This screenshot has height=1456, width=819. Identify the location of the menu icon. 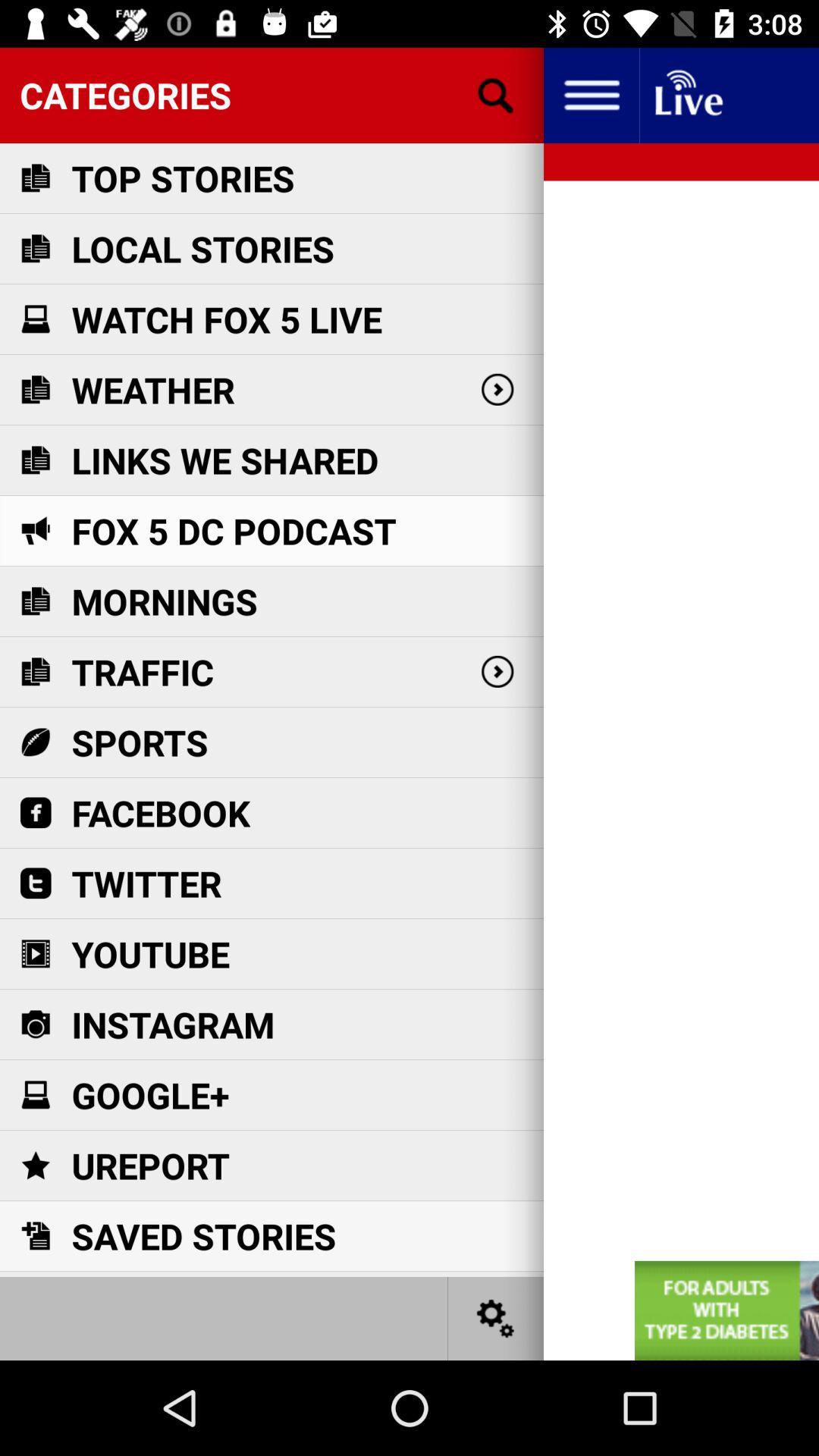
(590, 94).